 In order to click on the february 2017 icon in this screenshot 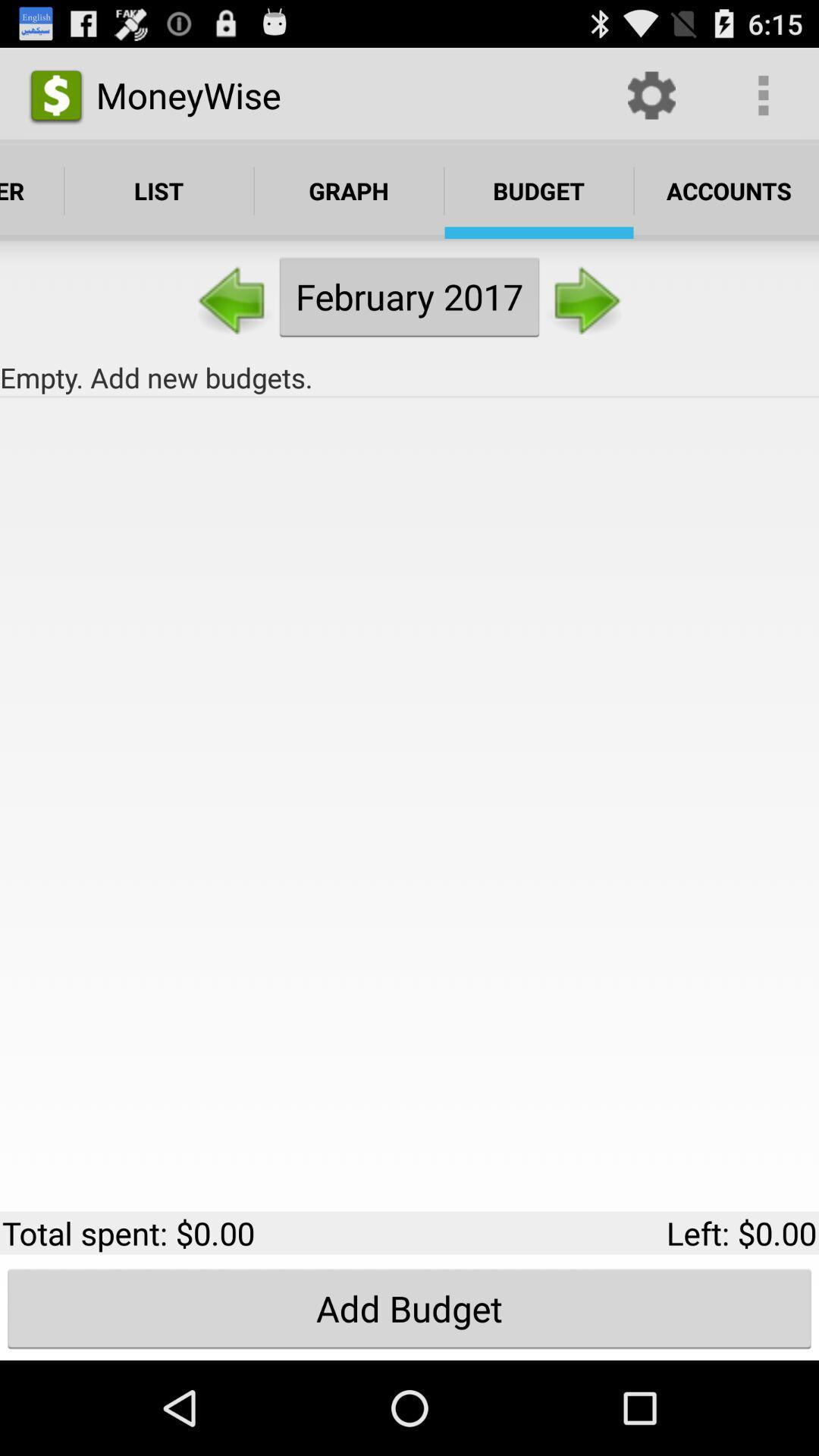, I will do `click(409, 297)`.